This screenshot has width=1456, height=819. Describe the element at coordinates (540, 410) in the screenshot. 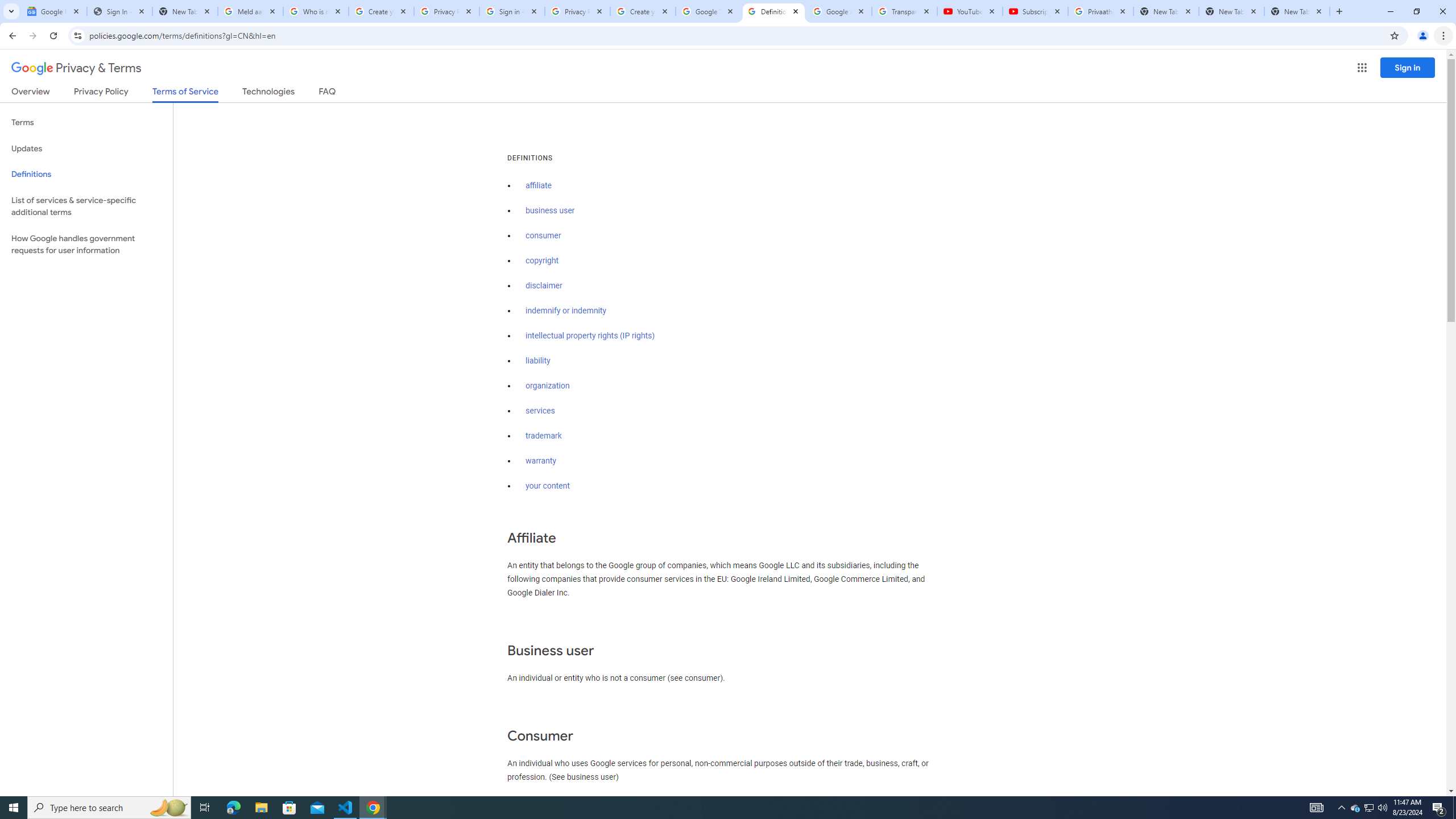

I see `'services'` at that location.